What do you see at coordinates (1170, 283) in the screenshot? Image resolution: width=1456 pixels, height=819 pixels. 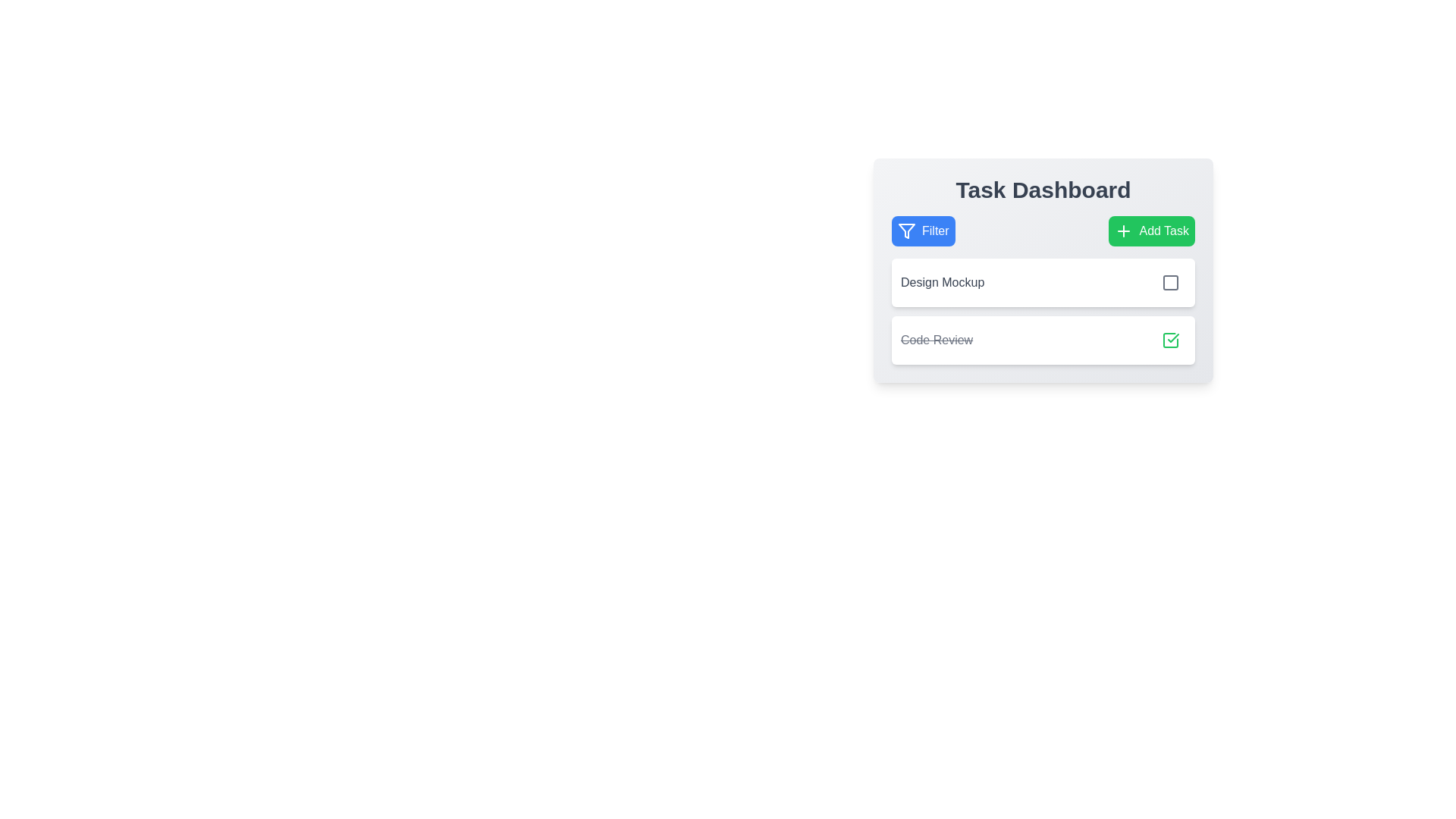 I see `the interactive control resembling a checkbox or button located to the far right of the row containing the 'Design Mockup' text` at bounding box center [1170, 283].